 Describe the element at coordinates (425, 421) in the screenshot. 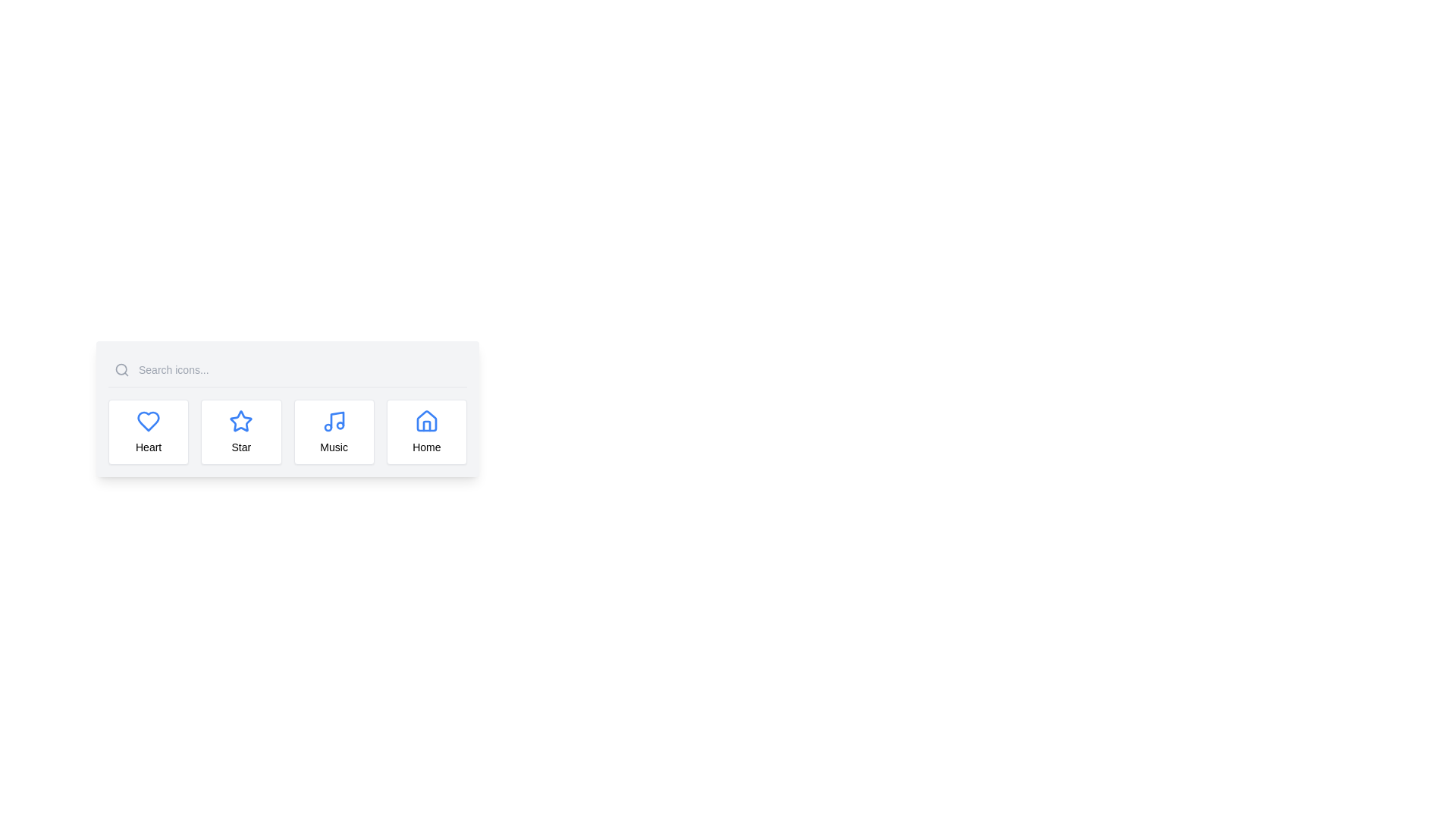

I see `the blue house icon, which is the fourth icon from the left in a horizontal layout of icons` at that location.